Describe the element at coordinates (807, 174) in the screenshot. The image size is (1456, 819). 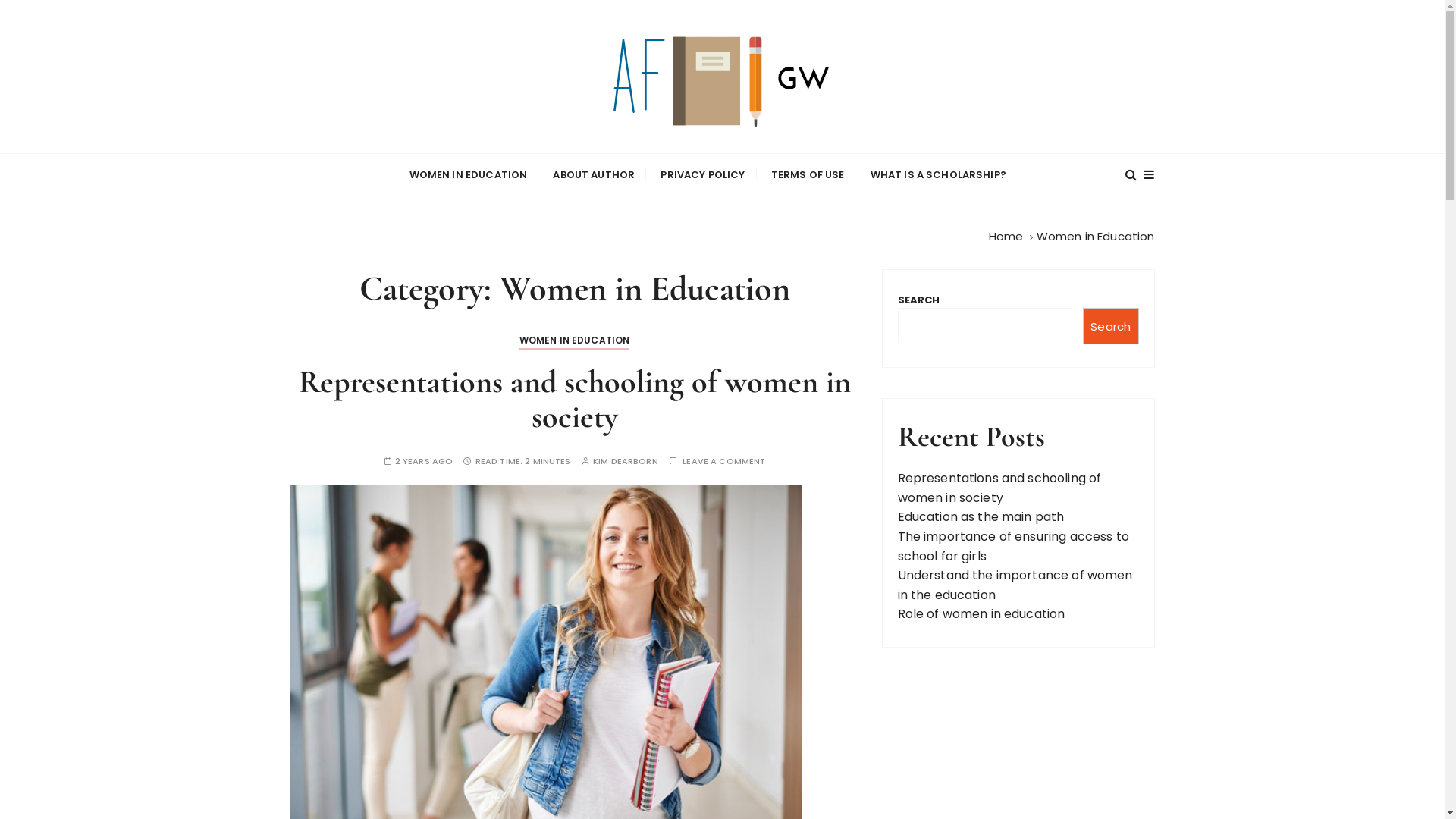
I see `'TERMS OF USE'` at that location.